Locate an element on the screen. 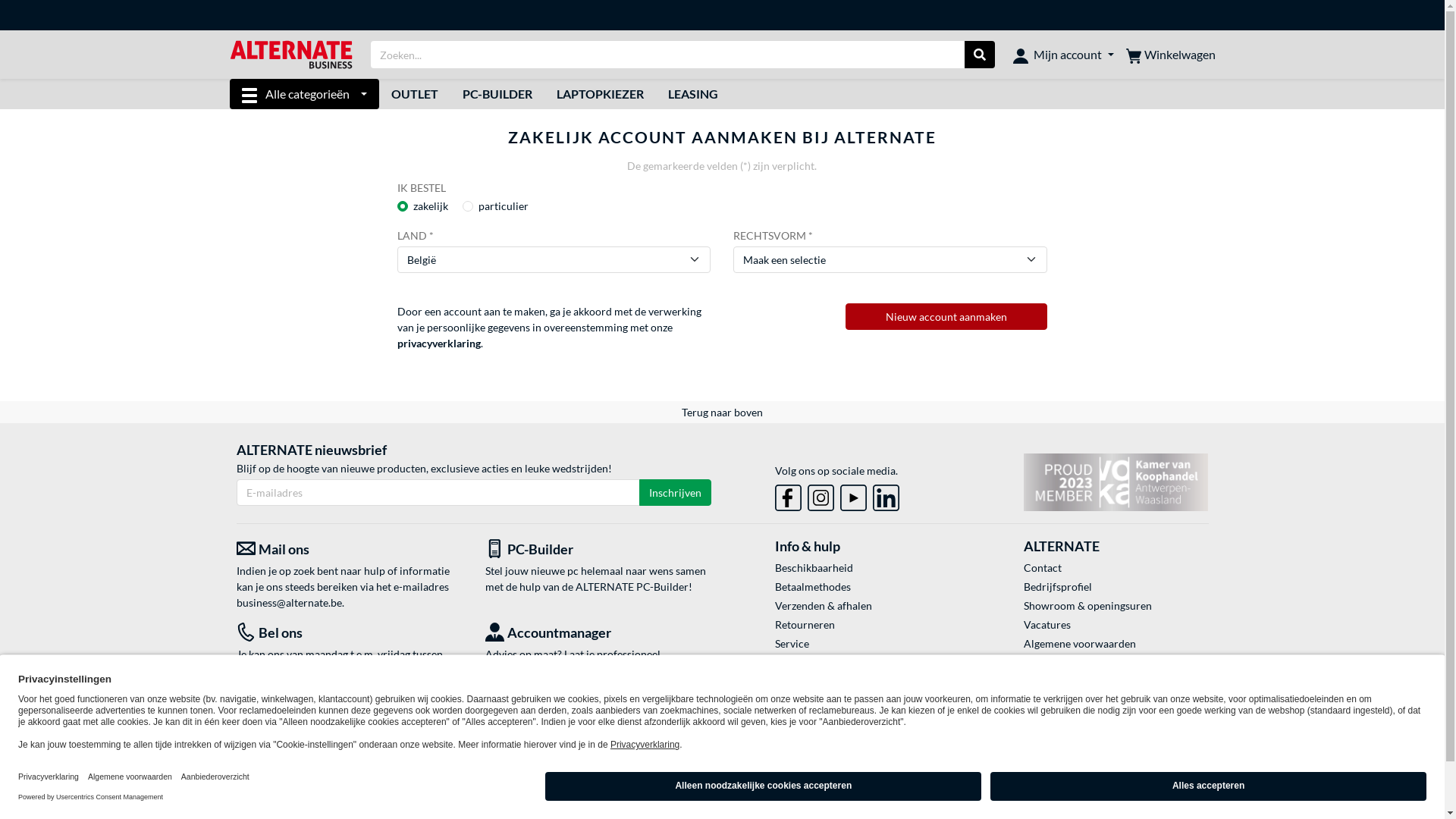 The height and width of the screenshot is (819, 1456). 'Accountmanager' is located at coordinates (597, 632).